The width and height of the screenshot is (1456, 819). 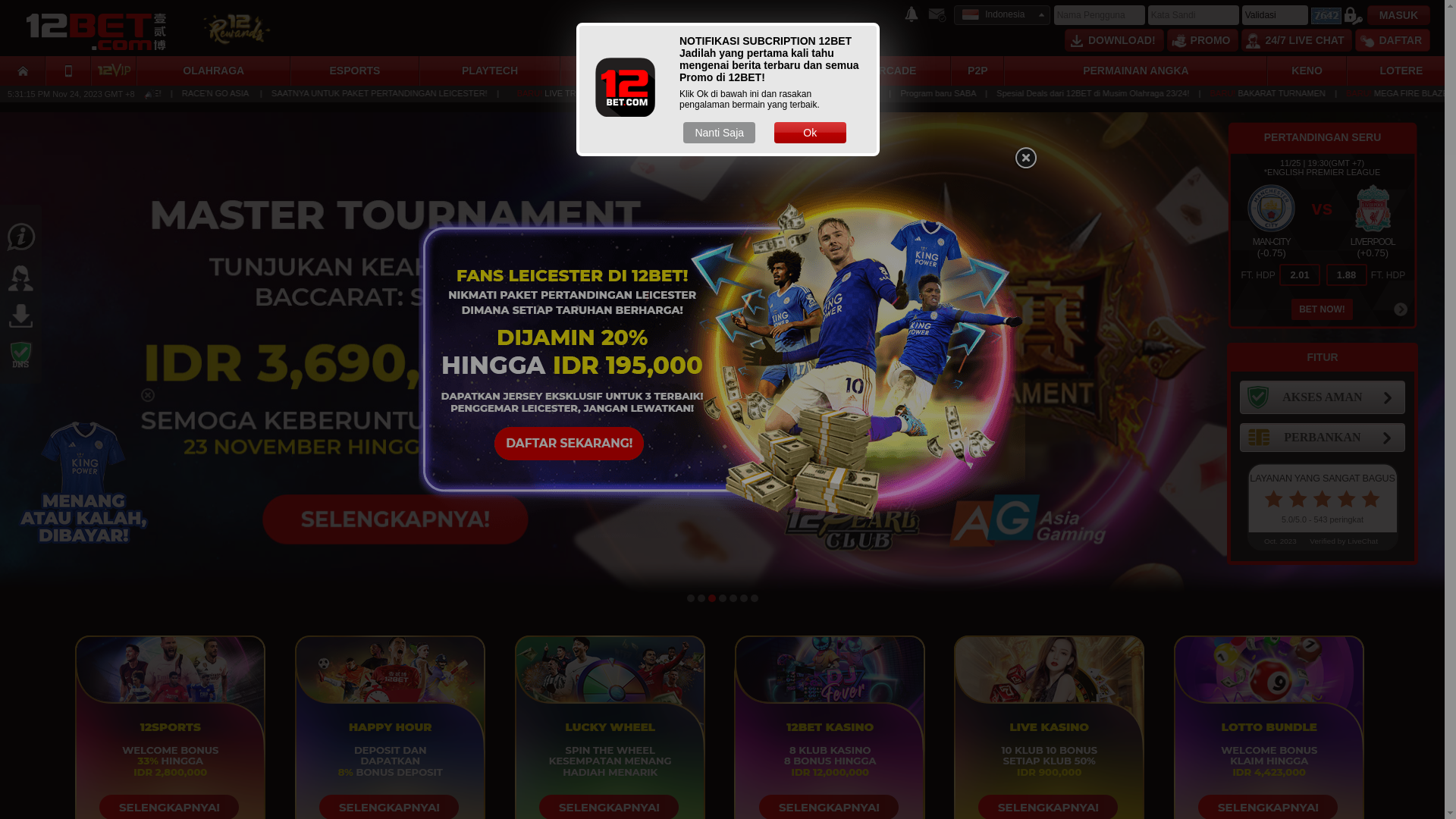 I want to click on 'PROMO', so click(x=1202, y=39).